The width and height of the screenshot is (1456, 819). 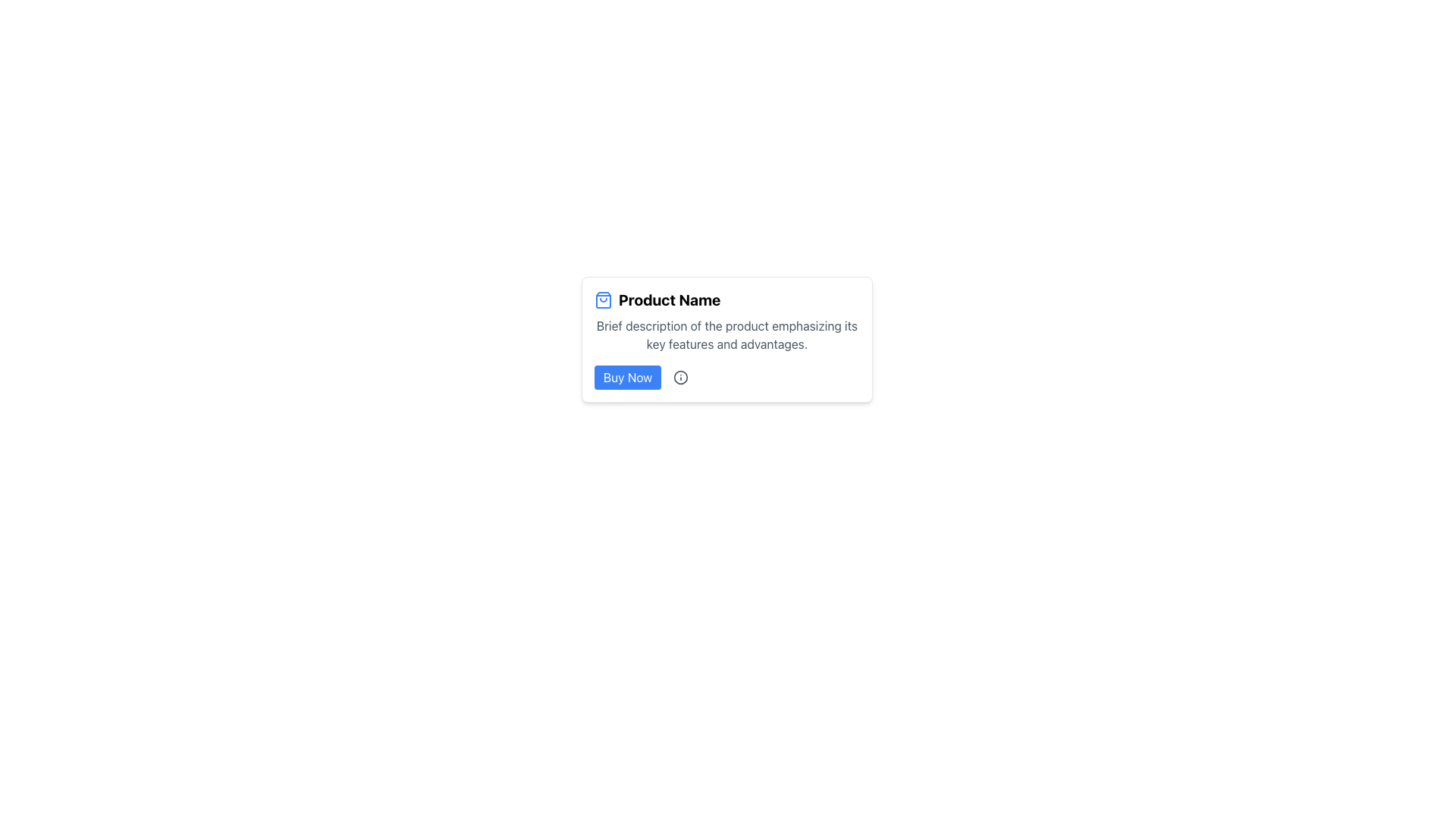 I want to click on the circular SVG element that is part of the information icon located at the bottom-right of the card layout, near the 'Buy Now' button, so click(x=680, y=376).